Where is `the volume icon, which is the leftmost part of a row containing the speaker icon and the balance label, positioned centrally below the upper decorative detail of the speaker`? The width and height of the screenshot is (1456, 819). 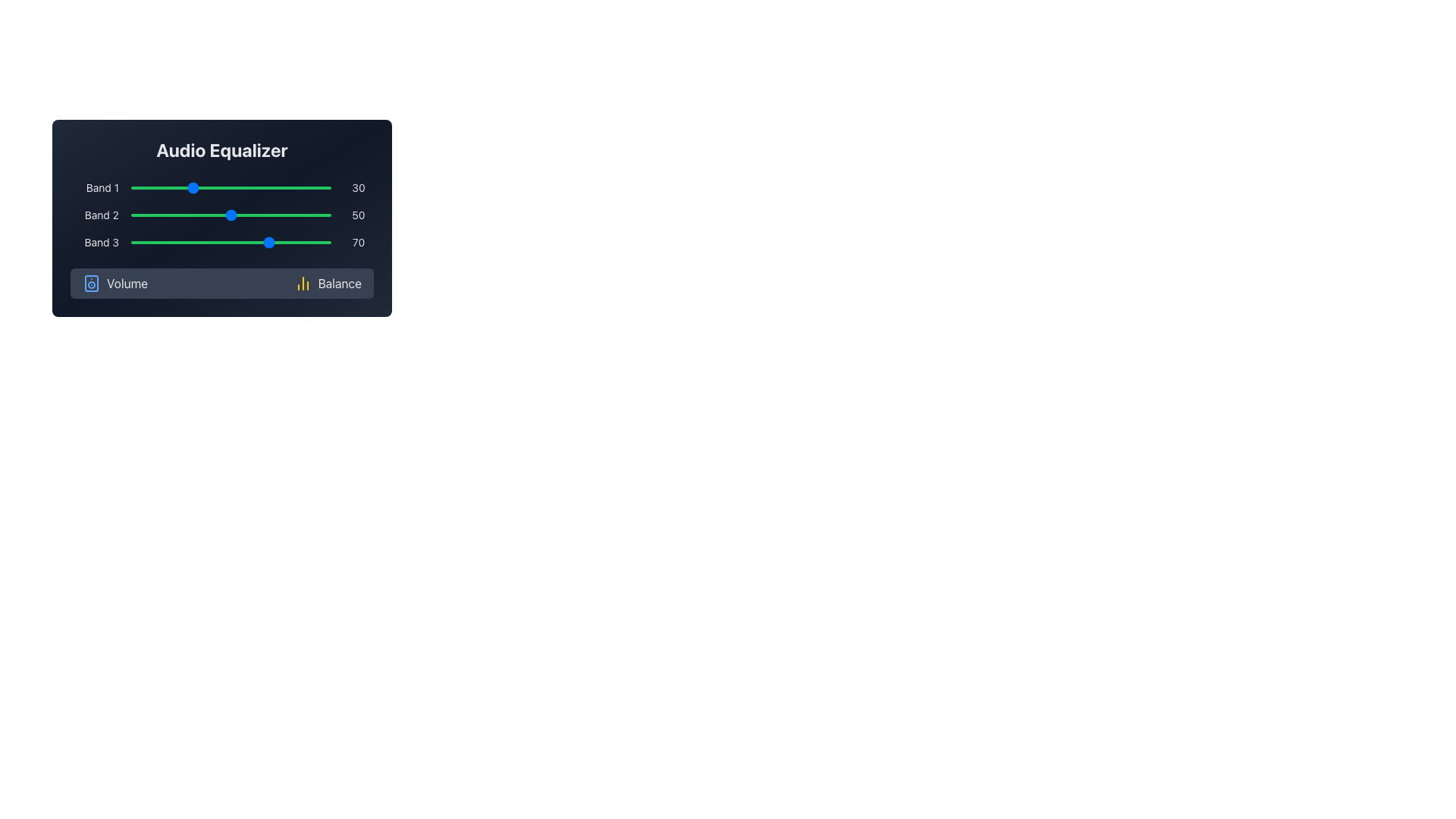
the volume icon, which is the leftmost part of a row containing the speaker icon and the balance label, positioned centrally below the upper decorative detail of the speaker is located at coordinates (90, 284).